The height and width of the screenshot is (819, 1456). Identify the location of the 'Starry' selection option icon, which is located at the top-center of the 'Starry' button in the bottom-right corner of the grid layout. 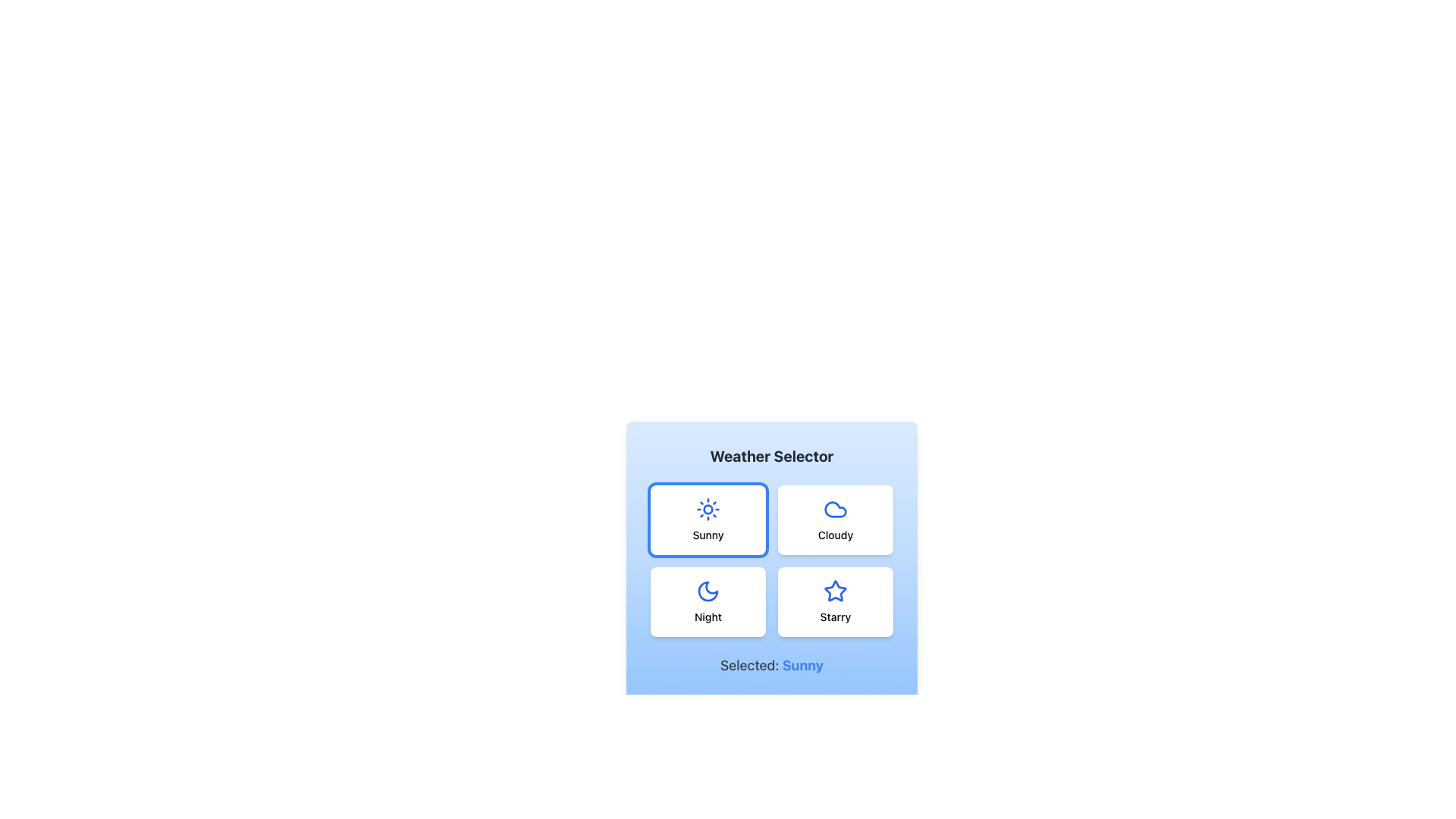
(835, 590).